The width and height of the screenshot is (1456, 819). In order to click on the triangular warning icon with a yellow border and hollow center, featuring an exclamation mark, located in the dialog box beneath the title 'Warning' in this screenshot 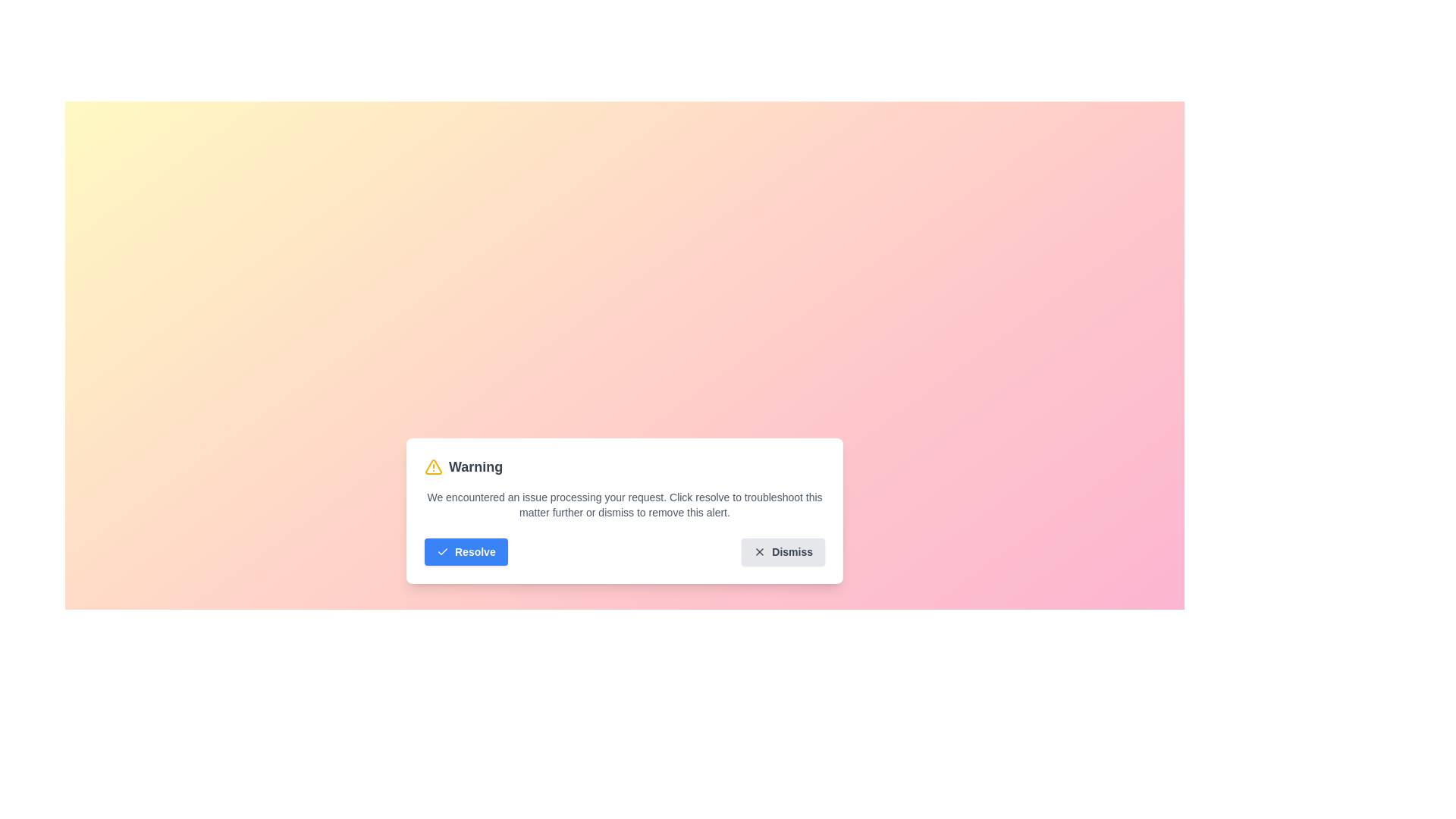, I will do `click(432, 466)`.